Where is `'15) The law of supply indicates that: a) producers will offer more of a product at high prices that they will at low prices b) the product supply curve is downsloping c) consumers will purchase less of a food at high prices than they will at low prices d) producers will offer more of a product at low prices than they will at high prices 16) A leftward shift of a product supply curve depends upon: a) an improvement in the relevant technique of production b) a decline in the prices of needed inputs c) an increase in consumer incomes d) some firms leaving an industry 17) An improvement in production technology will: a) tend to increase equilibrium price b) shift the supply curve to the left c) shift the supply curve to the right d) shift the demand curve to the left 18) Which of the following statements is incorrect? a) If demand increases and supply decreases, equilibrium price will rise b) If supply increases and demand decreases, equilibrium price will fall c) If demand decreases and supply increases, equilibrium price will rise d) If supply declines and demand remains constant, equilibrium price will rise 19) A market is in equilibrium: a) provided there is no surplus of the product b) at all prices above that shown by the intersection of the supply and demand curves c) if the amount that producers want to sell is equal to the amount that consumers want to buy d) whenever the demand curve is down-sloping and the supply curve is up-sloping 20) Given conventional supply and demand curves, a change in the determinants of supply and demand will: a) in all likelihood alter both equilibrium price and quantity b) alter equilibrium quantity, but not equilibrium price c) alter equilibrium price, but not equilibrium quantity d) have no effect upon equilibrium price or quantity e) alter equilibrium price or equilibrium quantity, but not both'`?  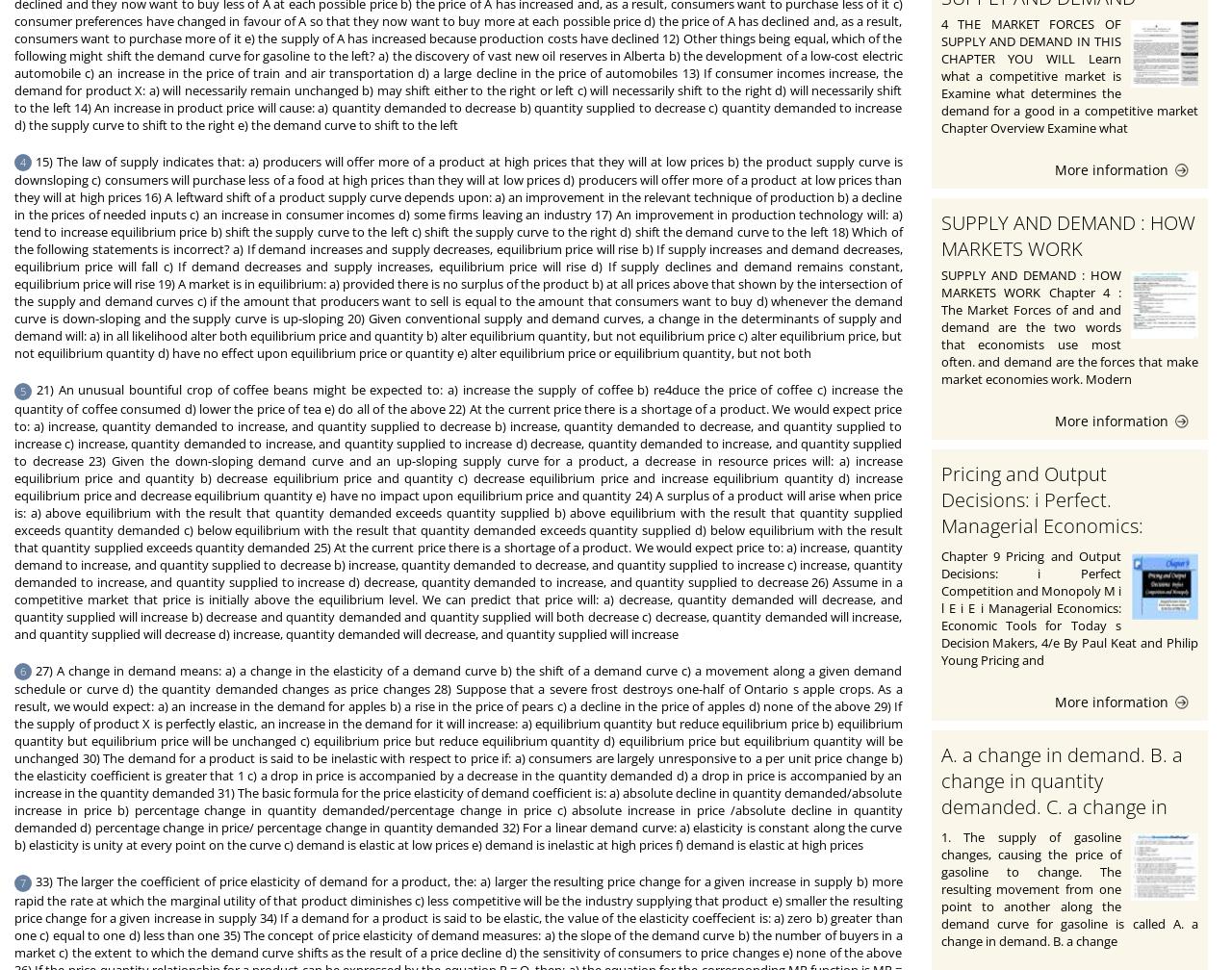 '15) The law of supply indicates that: a) producers will offer more of a product at high prices that they will at low prices b) the product supply curve is downsloping c) consumers will purchase less of a food at high prices than they will at low prices d) producers will offer more of a product at low prices than they will at high prices 16) A leftward shift of a product supply curve depends upon: a) an improvement in the relevant technique of production b) a decline in the prices of needed inputs c) an increase in consumer incomes d) some firms leaving an industry 17) An improvement in production technology will: a) tend to increase equilibrium price b) shift the supply curve to the left c) shift the supply curve to the right d) shift the demand curve to the left 18) Which of the following statements is incorrect? a) If demand increases and supply decreases, equilibrium price will rise b) If supply increases and demand decreases, equilibrium price will fall c) If demand decreases and supply increases, equilibrium price will rise d) If supply declines and demand remains constant, equilibrium price will rise 19) A market is in equilibrium: a) provided there is no surplus of the product b) at all prices above that shown by the intersection of the supply and demand curves c) if the amount that producers want to sell is equal to the amount that consumers want to buy d) whenever the demand curve is down-sloping and the supply curve is up-sloping 20) Given conventional supply and demand curves, a change in the determinants of supply and demand will: a) in all likelihood alter both equilibrium price and quantity b) alter equilibrium quantity, but not equilibrium price c) alter equilibrium price, but not equilibrium quantity d) have no effect upon equilibrium price or quantity e) alter equilibrium price or equilibrium quantity, but not both' is located at coordinates (457, 257).